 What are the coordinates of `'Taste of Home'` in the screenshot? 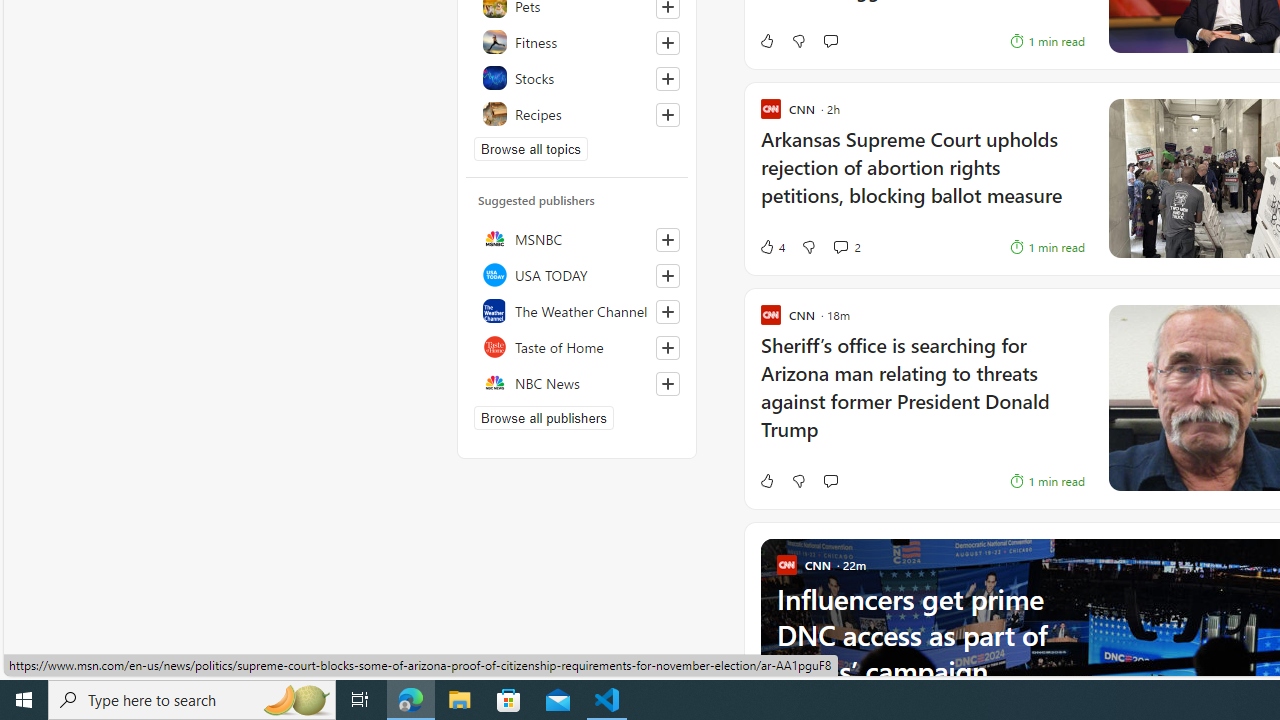 It's located at (576, 346).